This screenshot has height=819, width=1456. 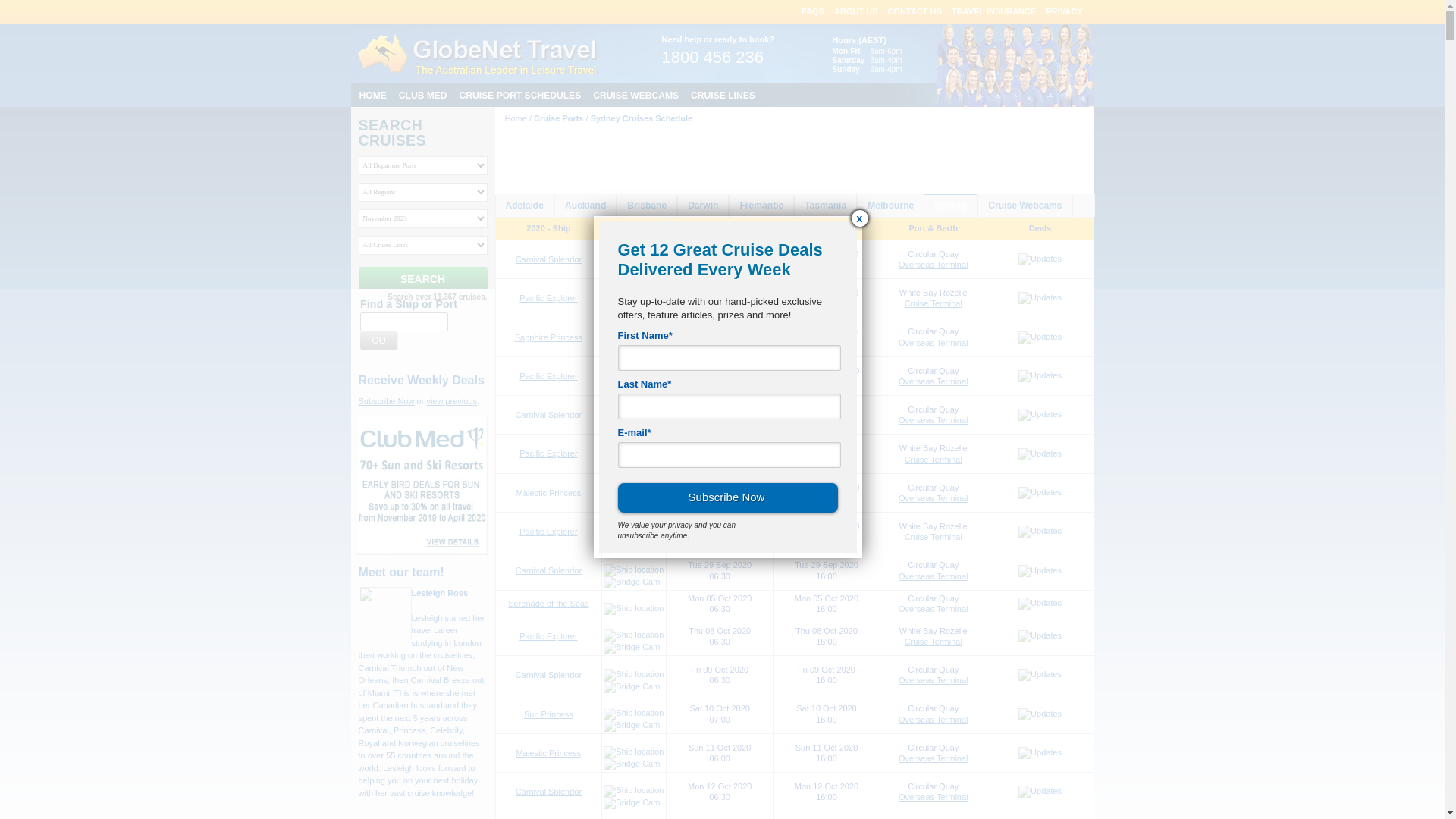 I want to click on 'Bridge Cam', so click(x=632, y=348).